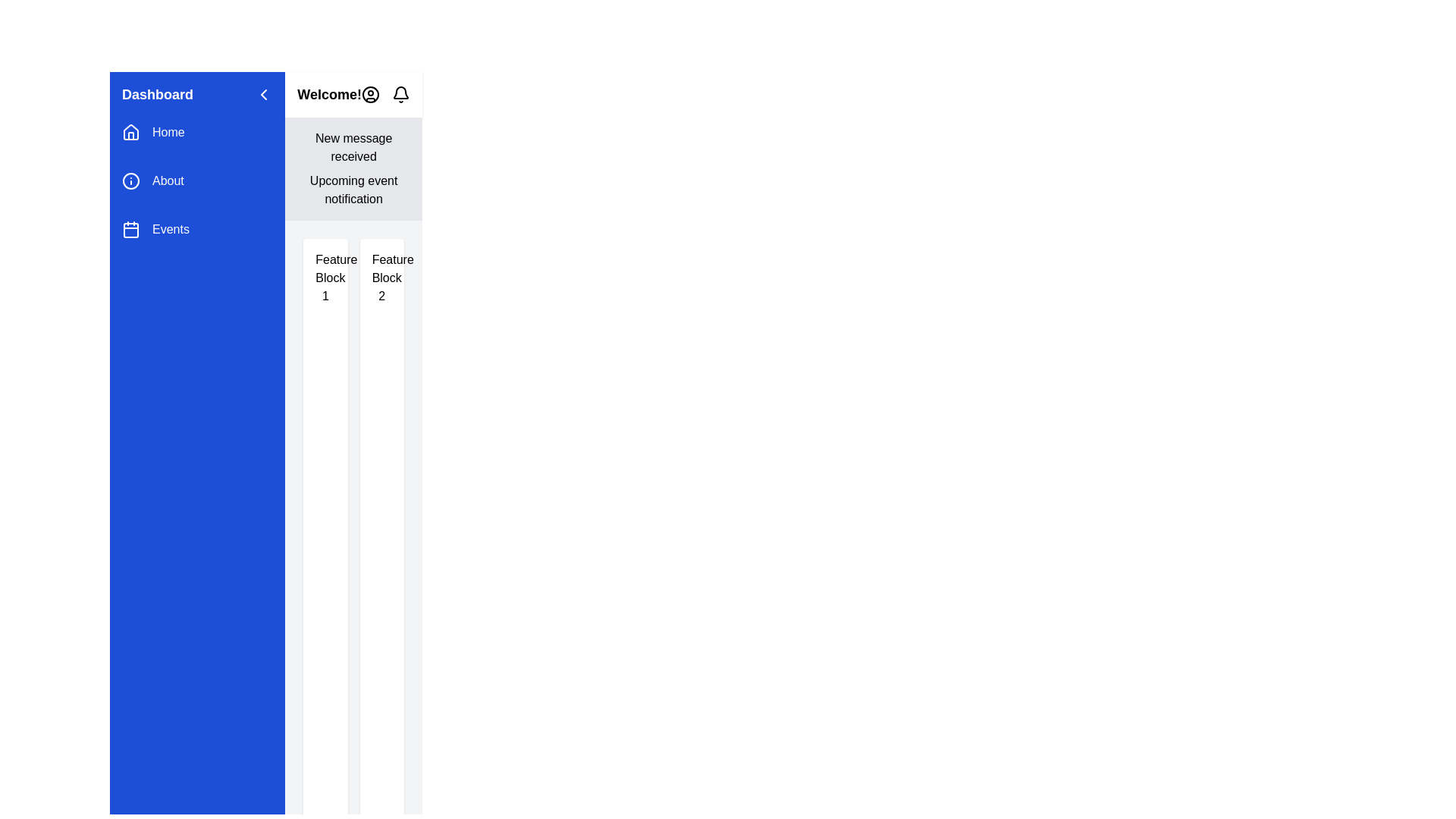  What do you see at coordinates (353, 169) in the screenshot?
I see `the informational text block displaying 'New message received' and 'Upcoming event notification', which has a light gray background and is positioned between the title 'Welcome!' and 'Feature Block 1'` at bounding box center [353, 169].